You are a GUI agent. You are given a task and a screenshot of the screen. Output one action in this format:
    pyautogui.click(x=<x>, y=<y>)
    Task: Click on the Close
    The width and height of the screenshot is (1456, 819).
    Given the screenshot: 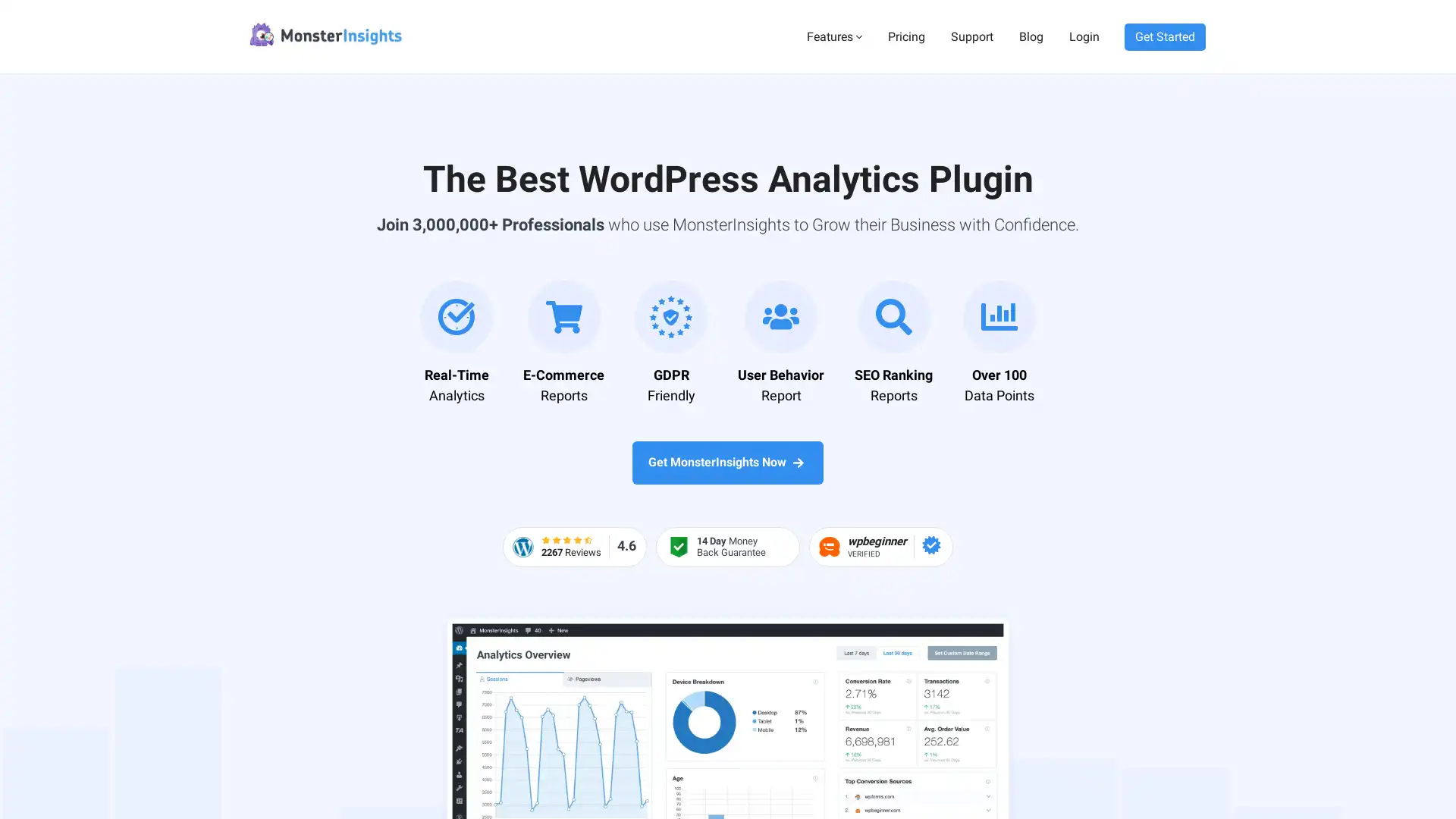 What is the action you would take?
    pyautogui.click(x=1420, y=472)
    